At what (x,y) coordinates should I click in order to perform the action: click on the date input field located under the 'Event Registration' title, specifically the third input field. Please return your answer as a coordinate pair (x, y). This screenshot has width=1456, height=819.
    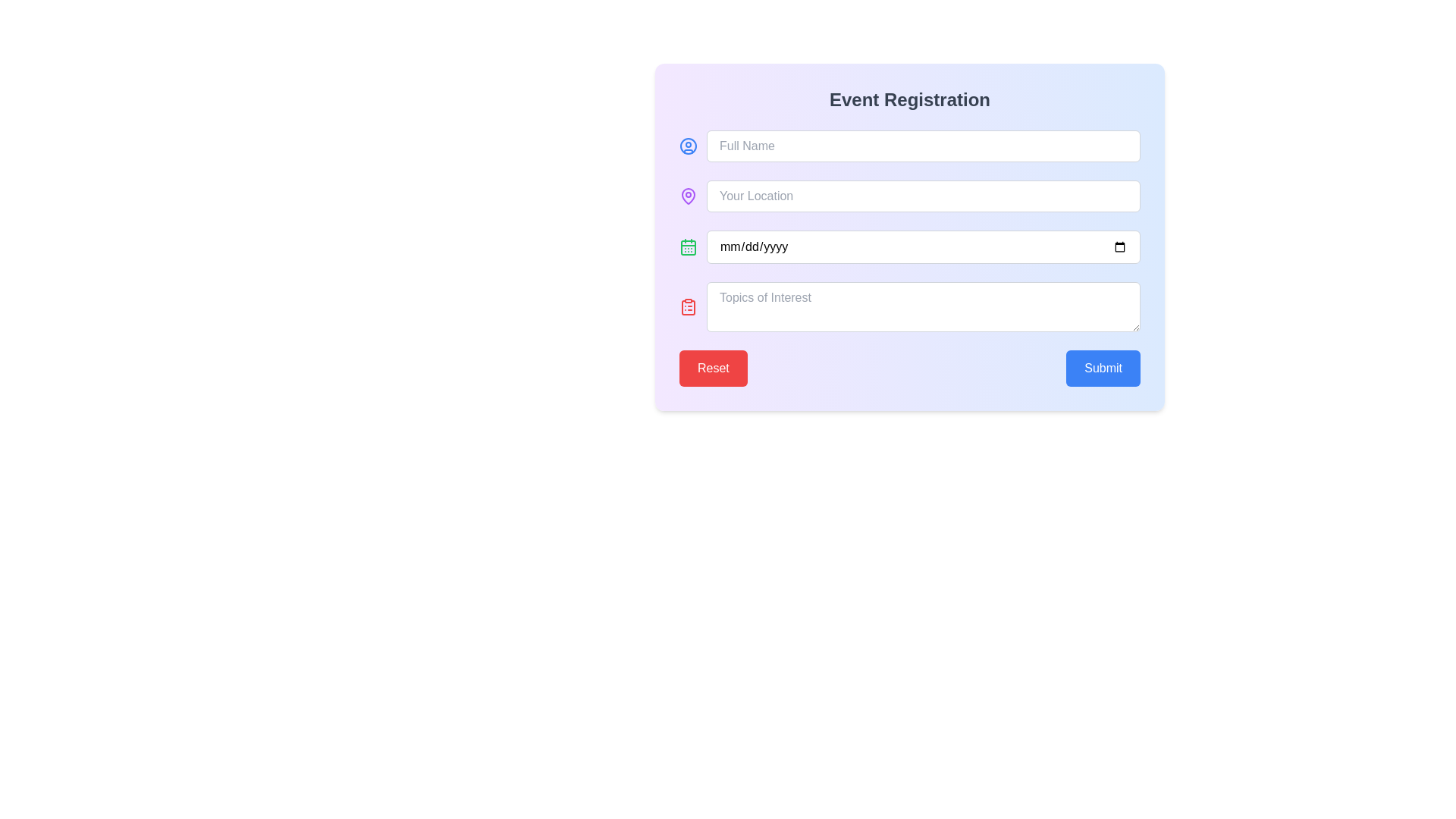
    Looking at the image, I should click on (923, 246).